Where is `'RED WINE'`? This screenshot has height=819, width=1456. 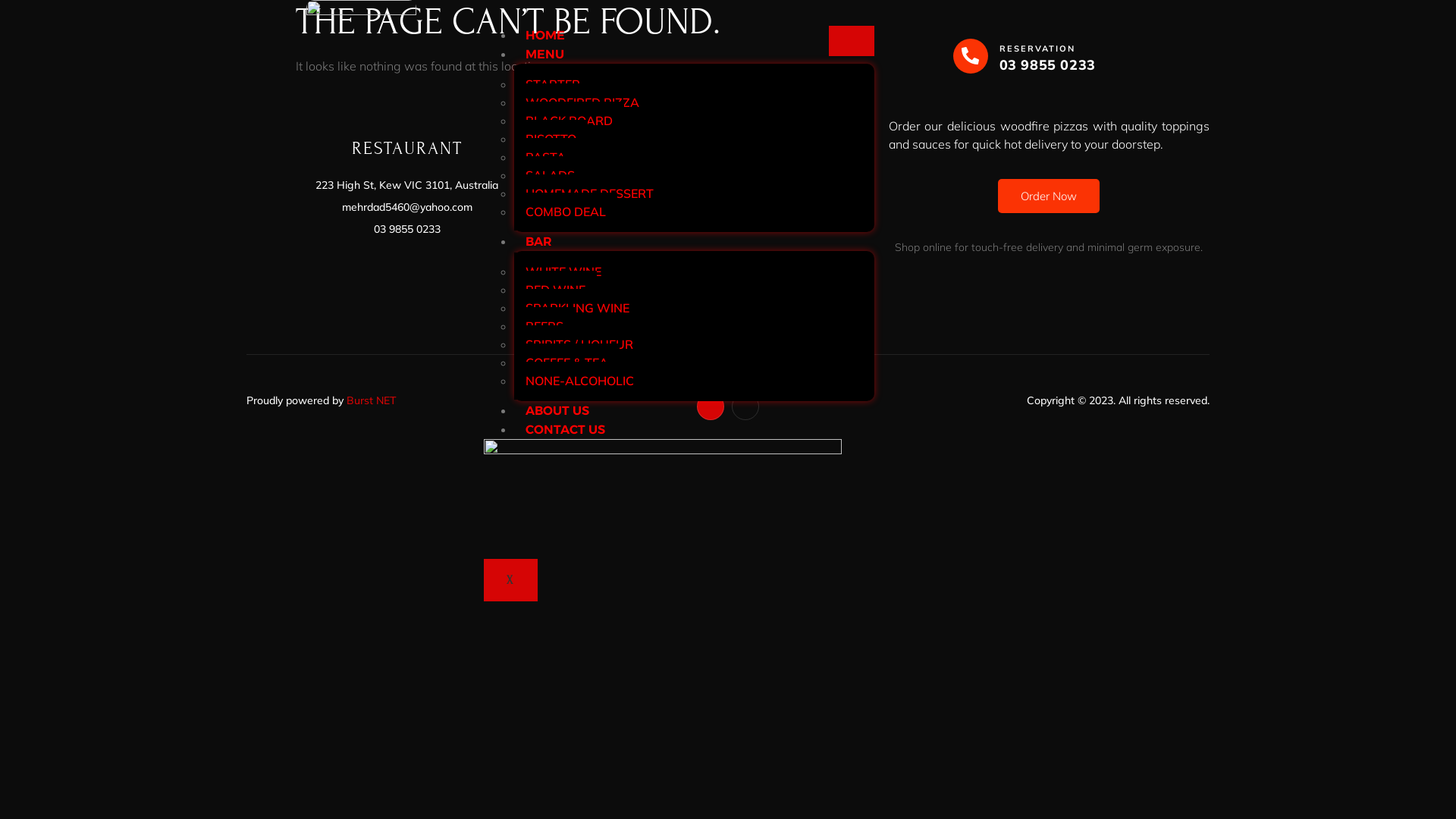 'RED WINE' is located at coordinates (554, 289).